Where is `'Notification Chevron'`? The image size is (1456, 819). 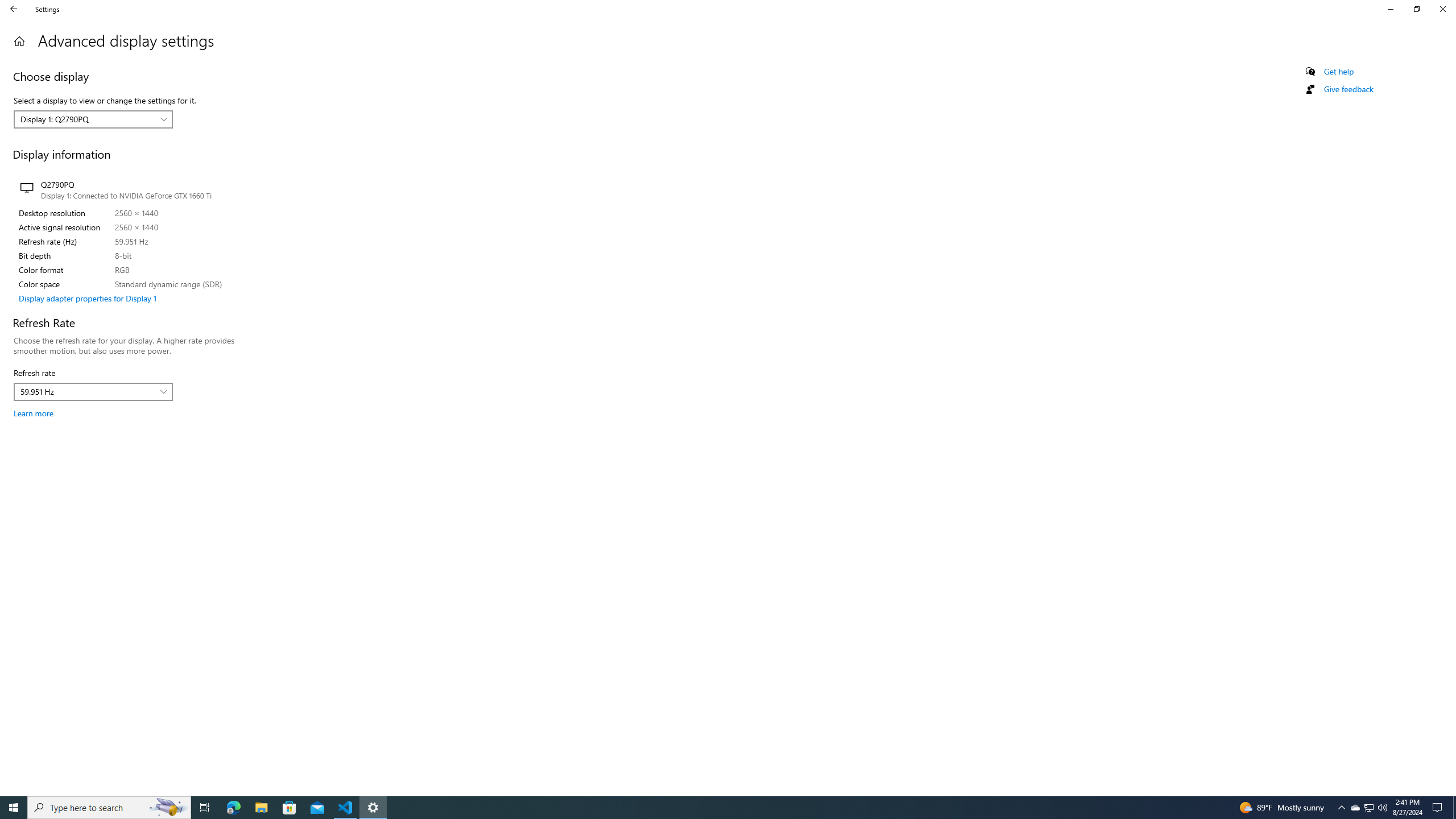
'Notification Chevron' is located at coordinates (1368, 806).